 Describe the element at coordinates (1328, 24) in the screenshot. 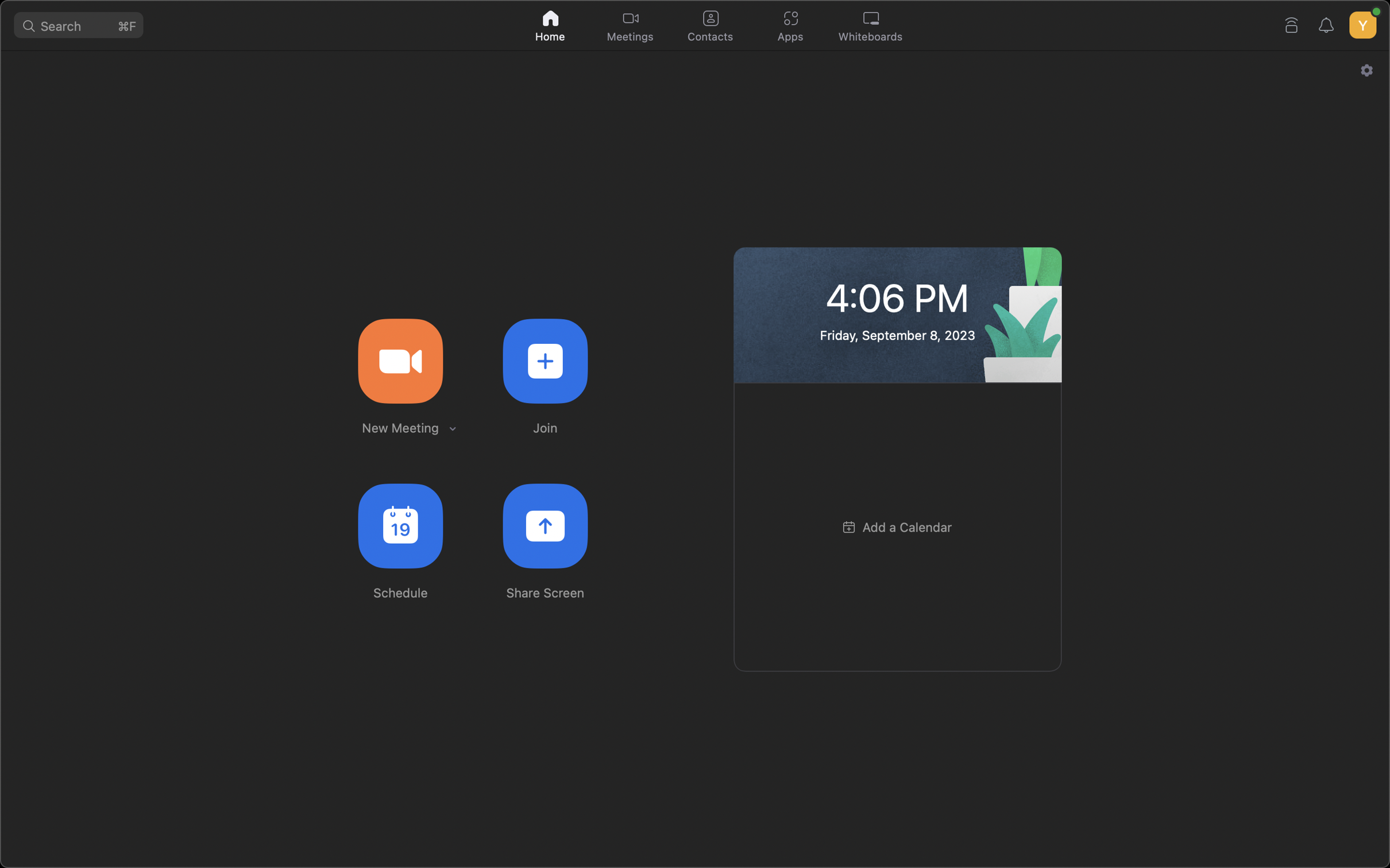

I see `the notifications by clicking on the bell symbol` at that location.